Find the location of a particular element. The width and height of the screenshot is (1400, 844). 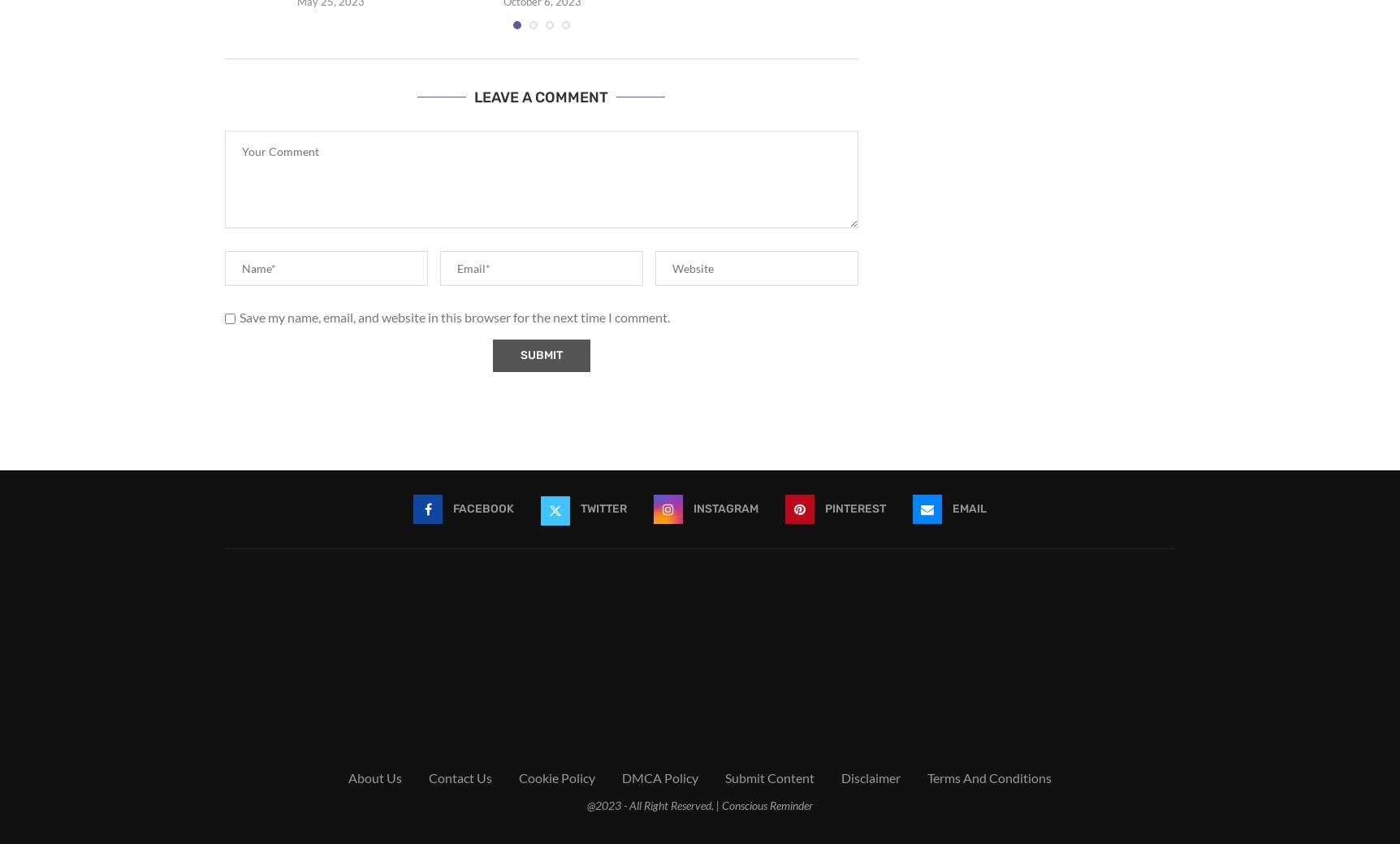

'Leave a Comment' is located at coordinates (540, 97).